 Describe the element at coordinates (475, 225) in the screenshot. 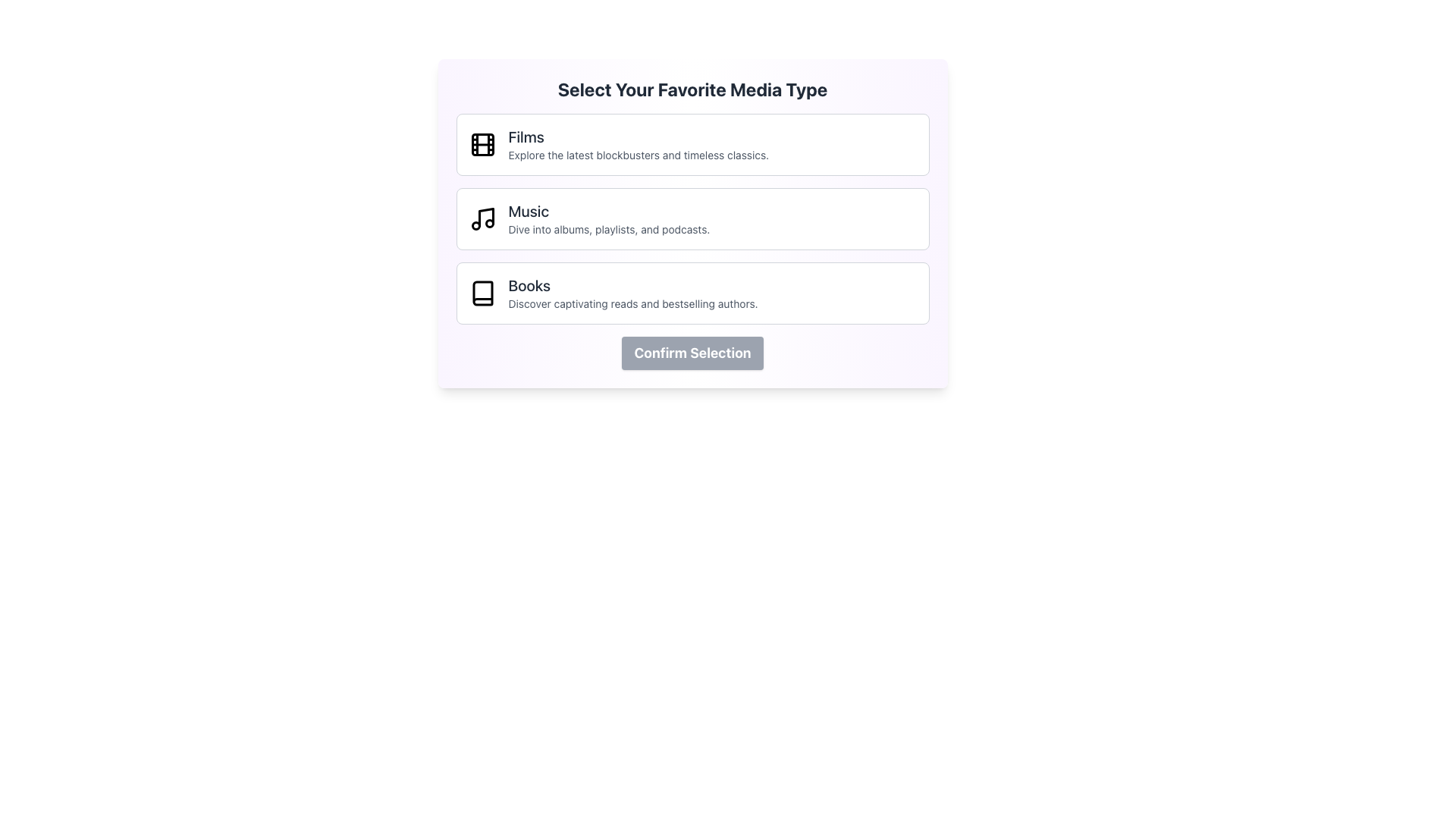

I see `the smaller circle that is part of the music note icon in the 'Music' row of media type options` at that location.